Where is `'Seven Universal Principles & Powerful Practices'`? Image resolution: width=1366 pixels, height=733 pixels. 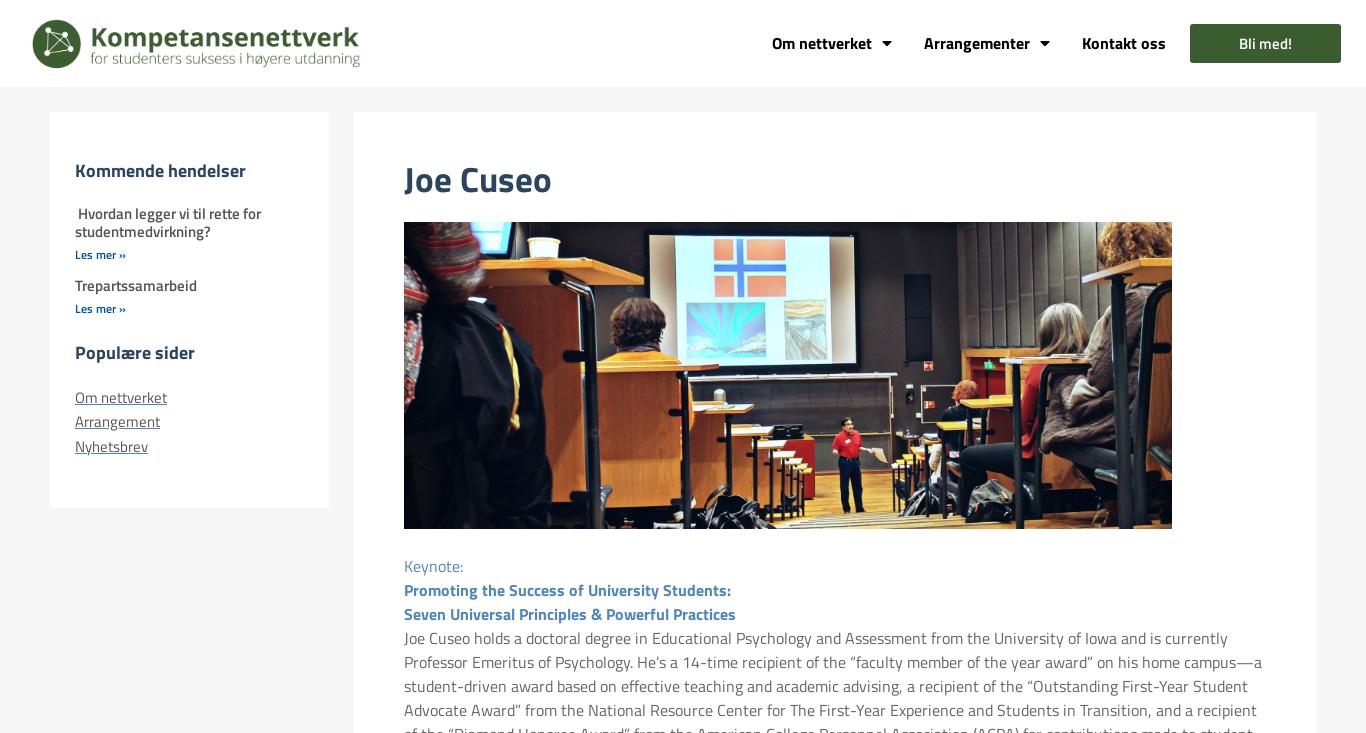
'Seven Universal Principles & Powerful Practices' is located at coordinates (569, 613).